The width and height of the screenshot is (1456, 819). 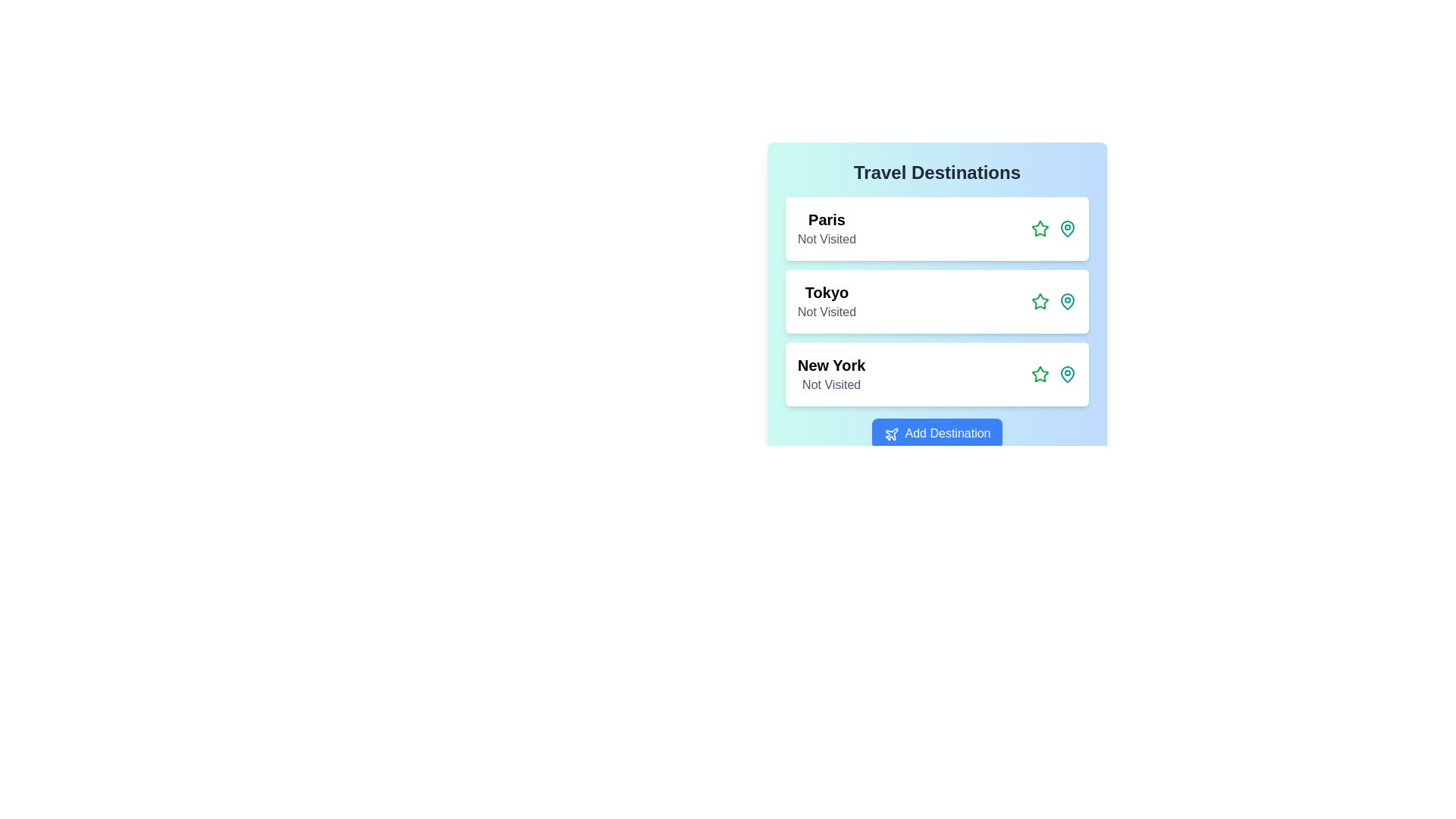 I want to click on the 'Add Destination' button to open a prompt for adding a new destination, so click(x=937, y=433).